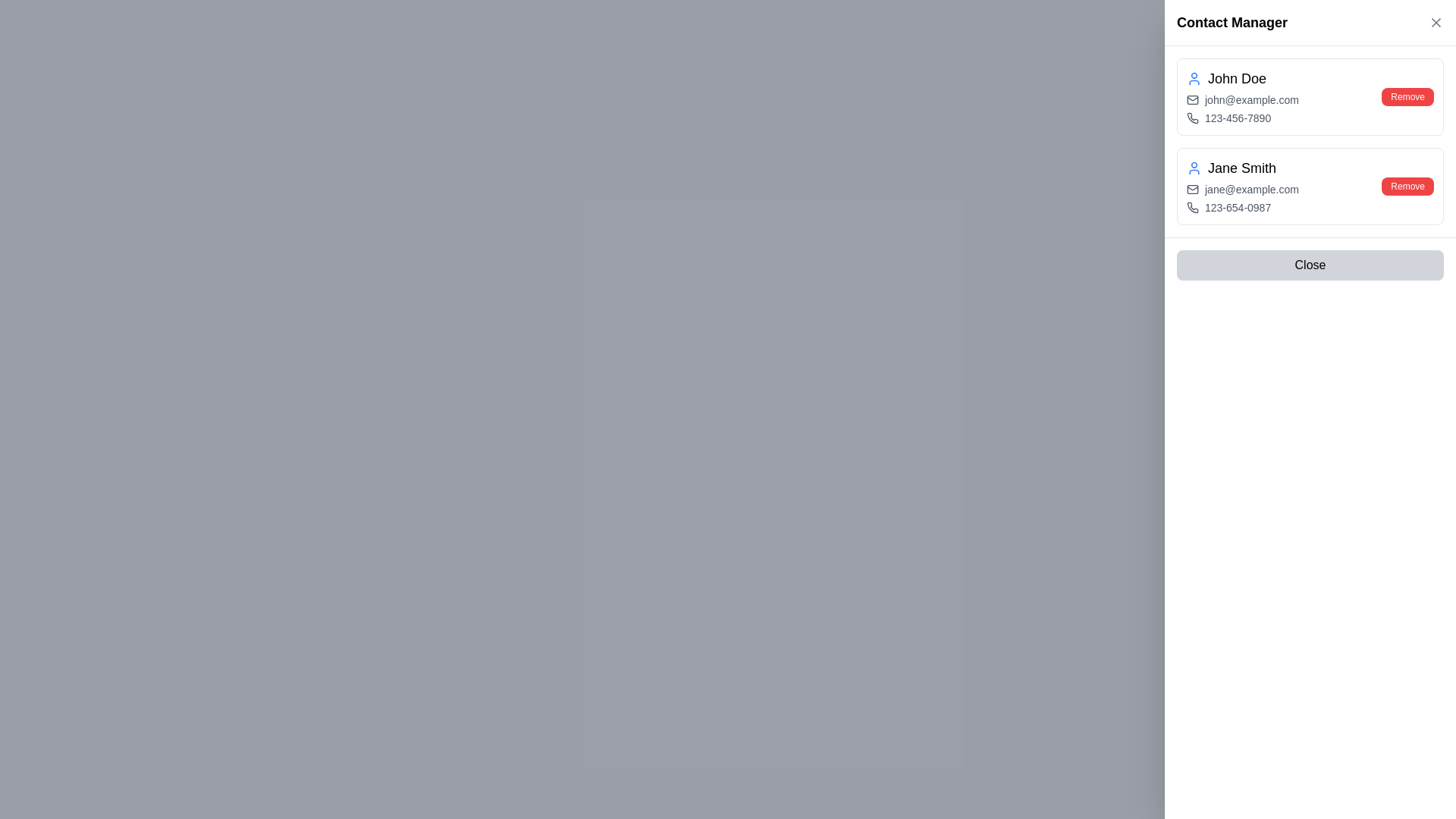 The height and width of the screenshot is (819, 1456). What do you see at coordinates (1192, 189) in the screenshot?
I see `the SVG rectangle element that visually represents an email envelope next to 'Jane Smith's' email address 'jane@example.com'` at bounding box center [1192, 189].